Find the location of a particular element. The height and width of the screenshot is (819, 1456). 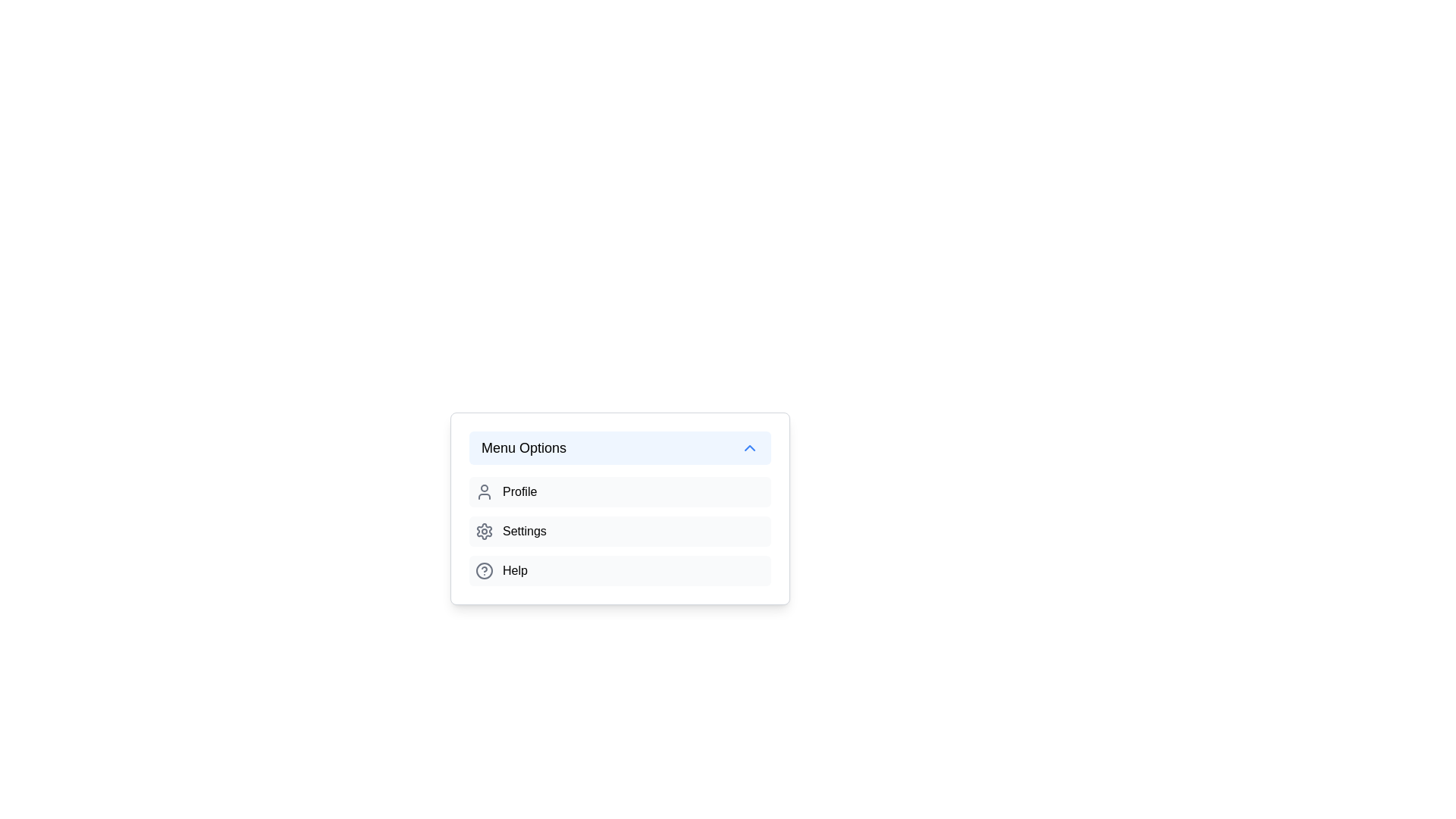

the 'Settings' button in the menu options is located at coordinates (620, 531).